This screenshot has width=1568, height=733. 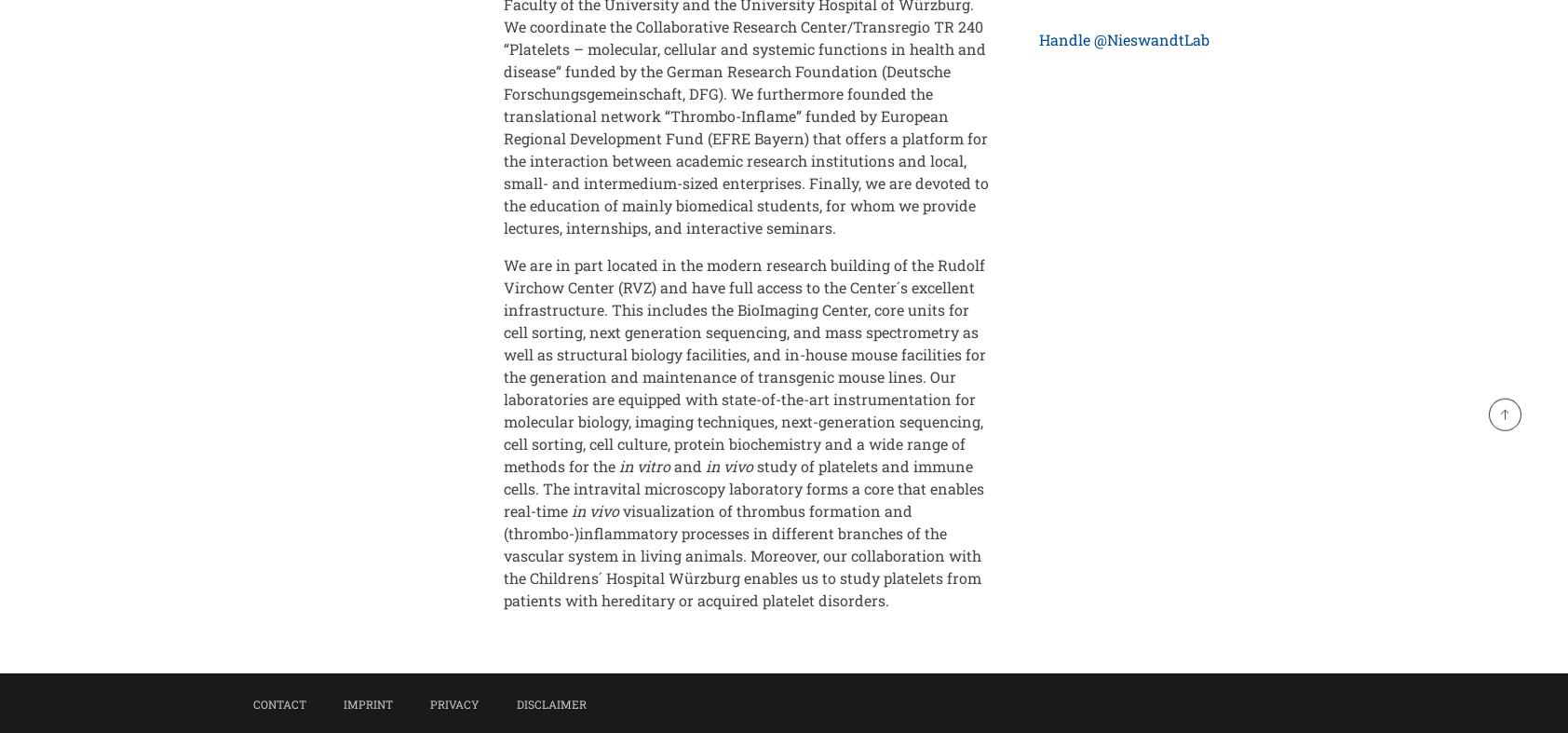 What do you see at coordinates (687, 466) in the screenshot?
I see `'and'` at bounding box center [687, 466].